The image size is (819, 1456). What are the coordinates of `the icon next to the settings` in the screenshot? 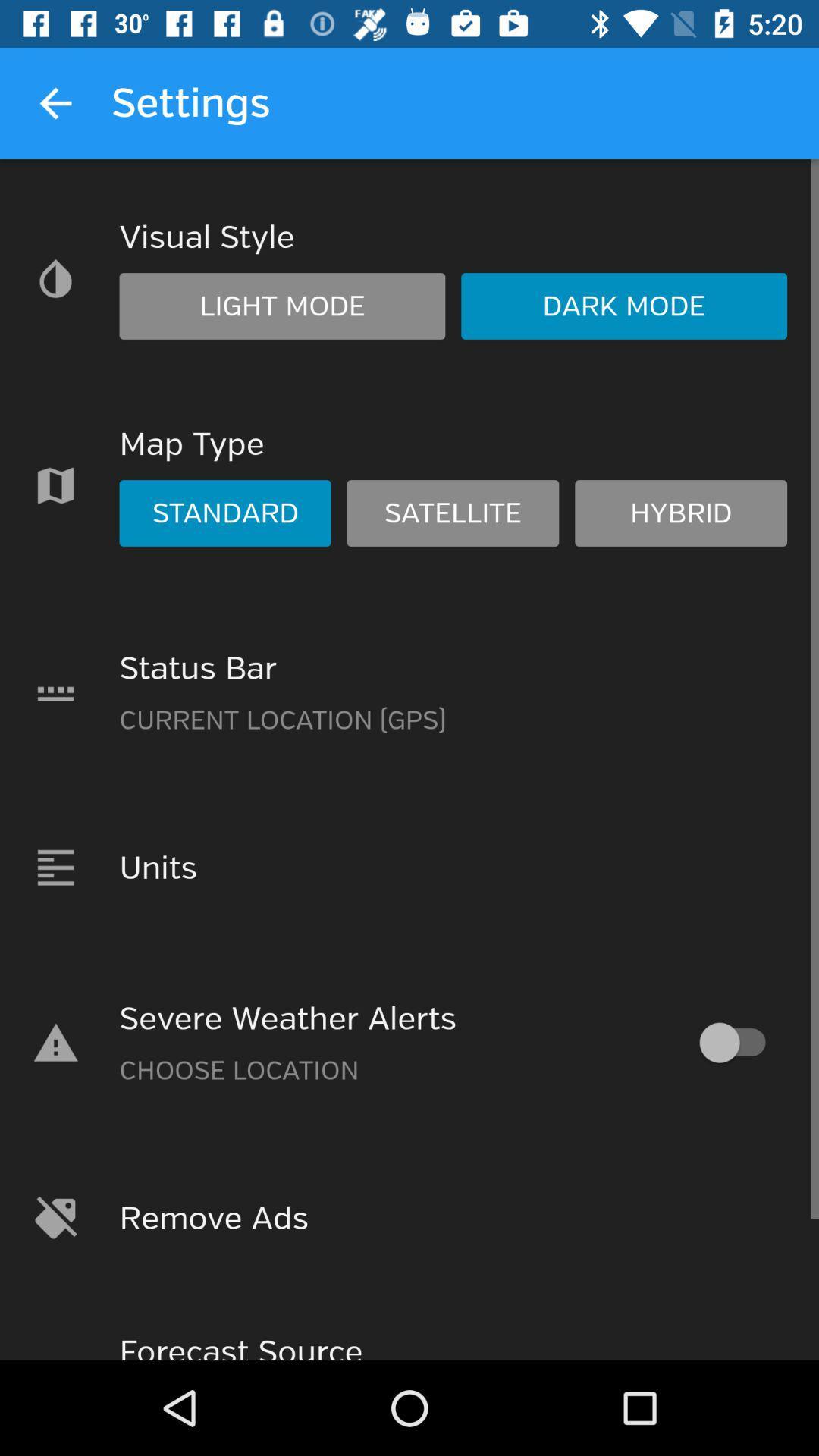 It's located at (55, 102).